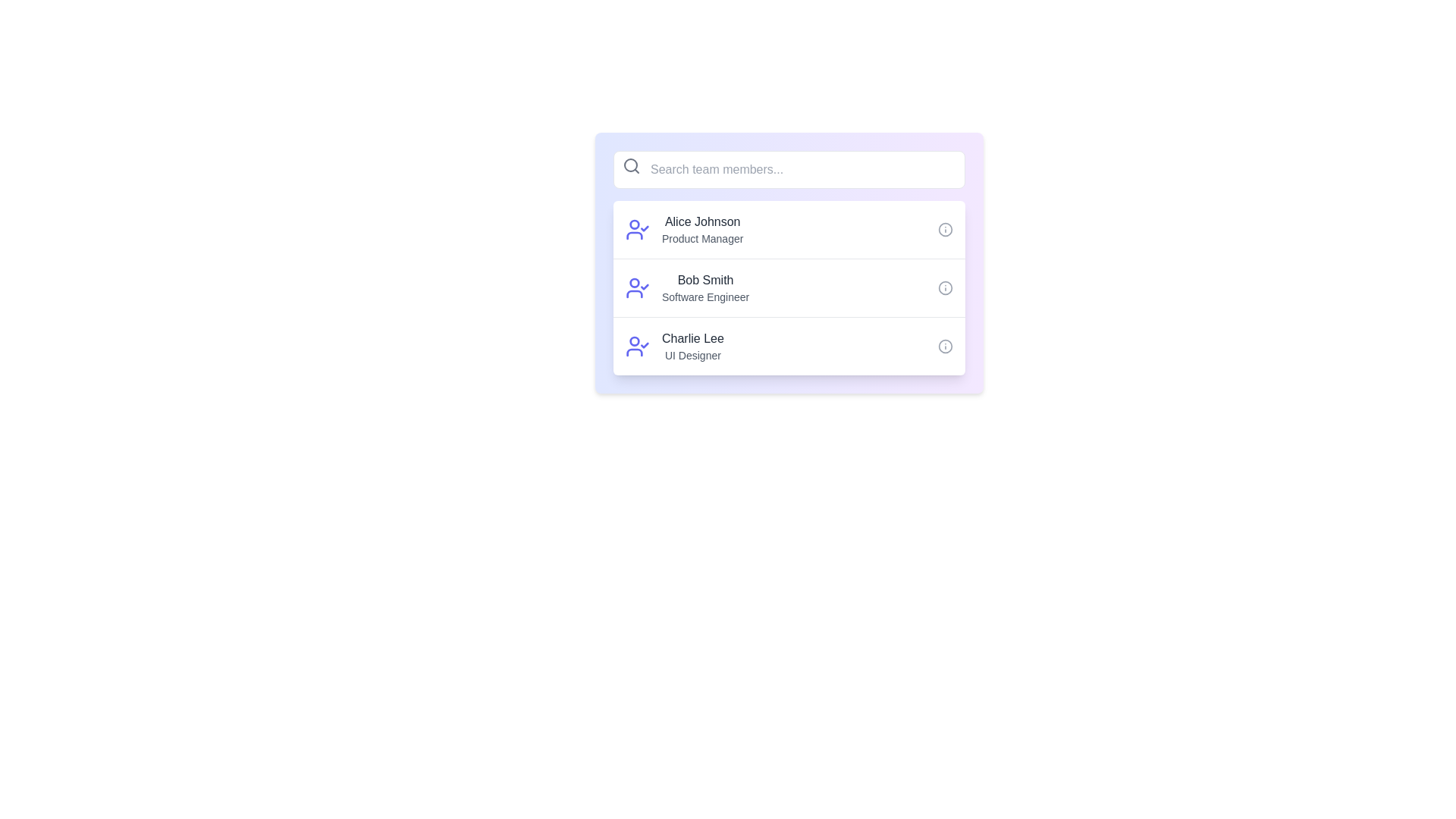 This screenshot has height=819, width=1456. What do you see at coordinates (692, 356) in the screenshot?
I see `the static text label displaying 'UI Designer' located beneath 'Charlie Lee' in the third entry of the team members list` at bounding box center [692, 356].